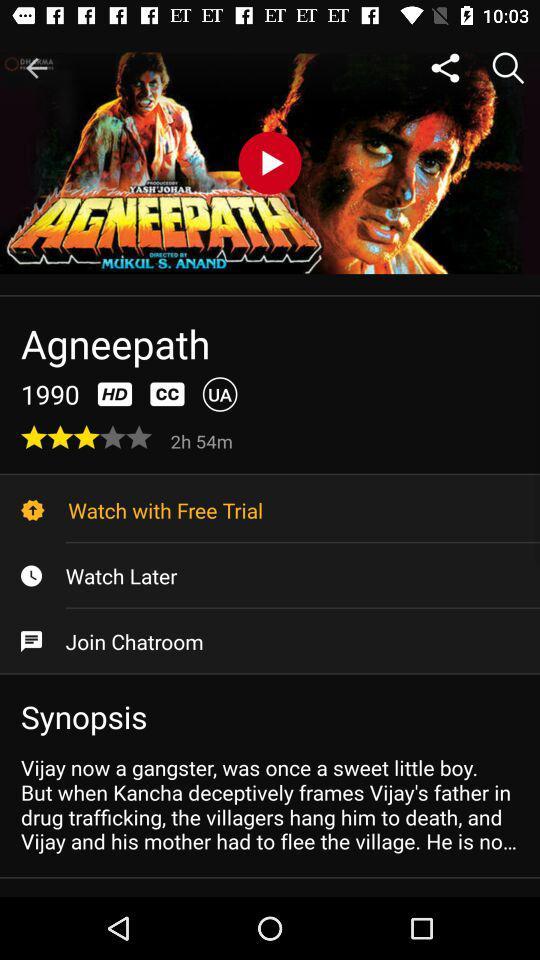 Image resolution: width=540 pixels, height=960 pixels. Describe the element at coordinates (270, 576) in the screenshot. I see `watch later item` at that location.